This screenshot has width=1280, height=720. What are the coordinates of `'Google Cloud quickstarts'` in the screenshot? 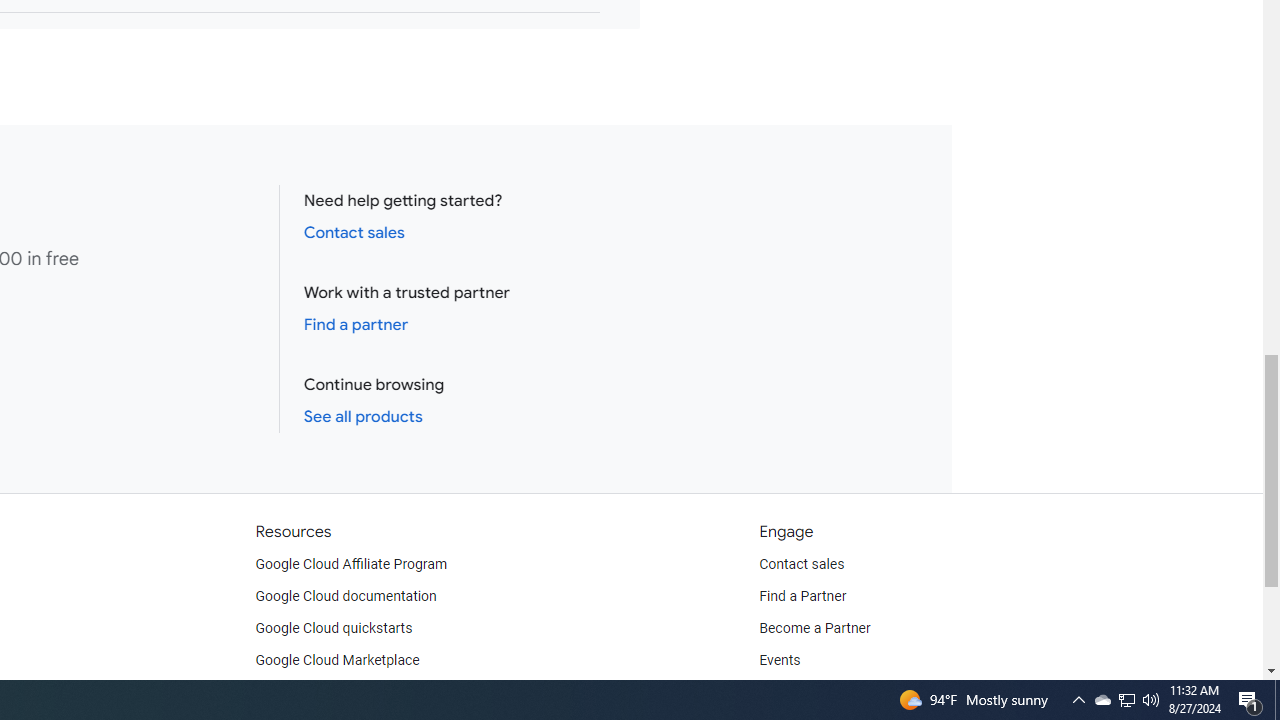 It's located at (334, 627).